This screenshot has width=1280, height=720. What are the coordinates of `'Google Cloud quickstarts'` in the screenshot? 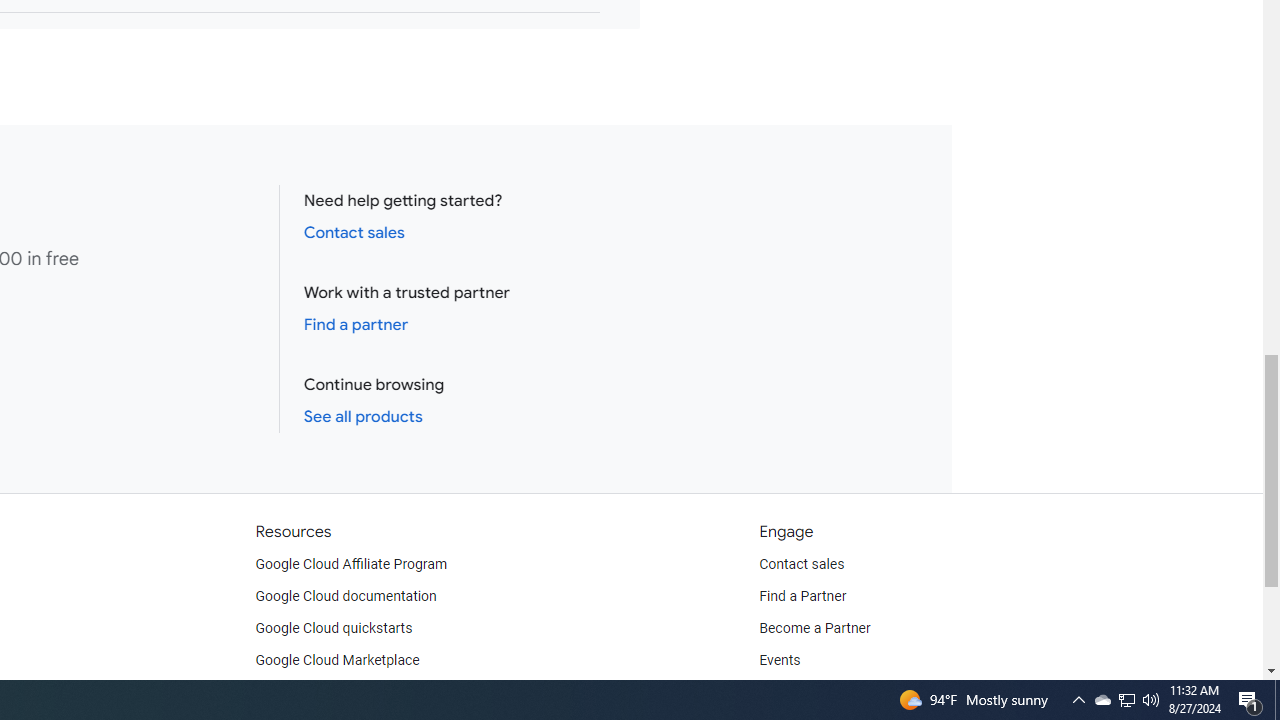 It's located at (334, 627).